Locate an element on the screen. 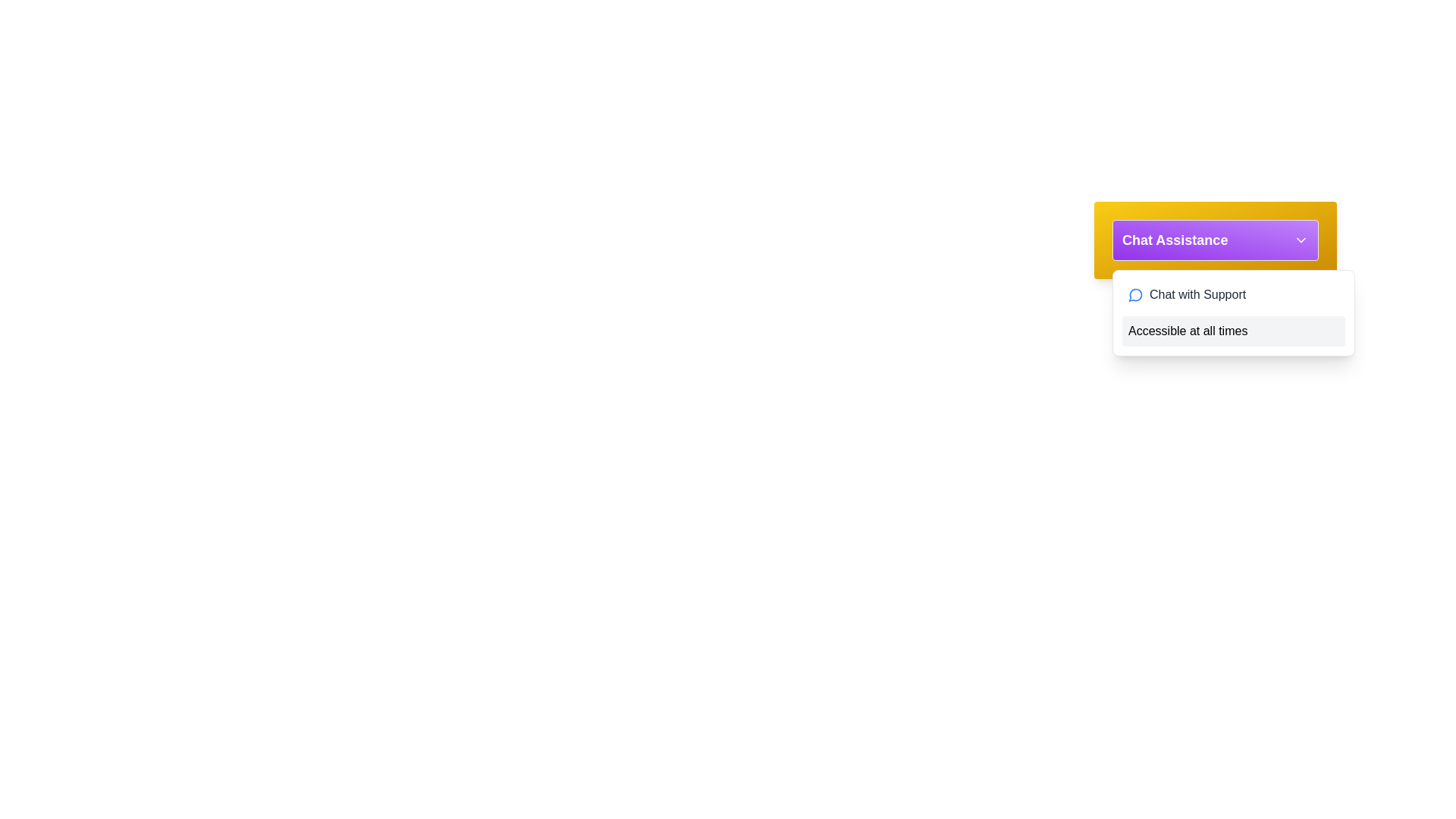  the 'Chat with Support' button, which features a speech bubble icon and is styled with a blue icon and gray text is located at coordinates (1234, 295).